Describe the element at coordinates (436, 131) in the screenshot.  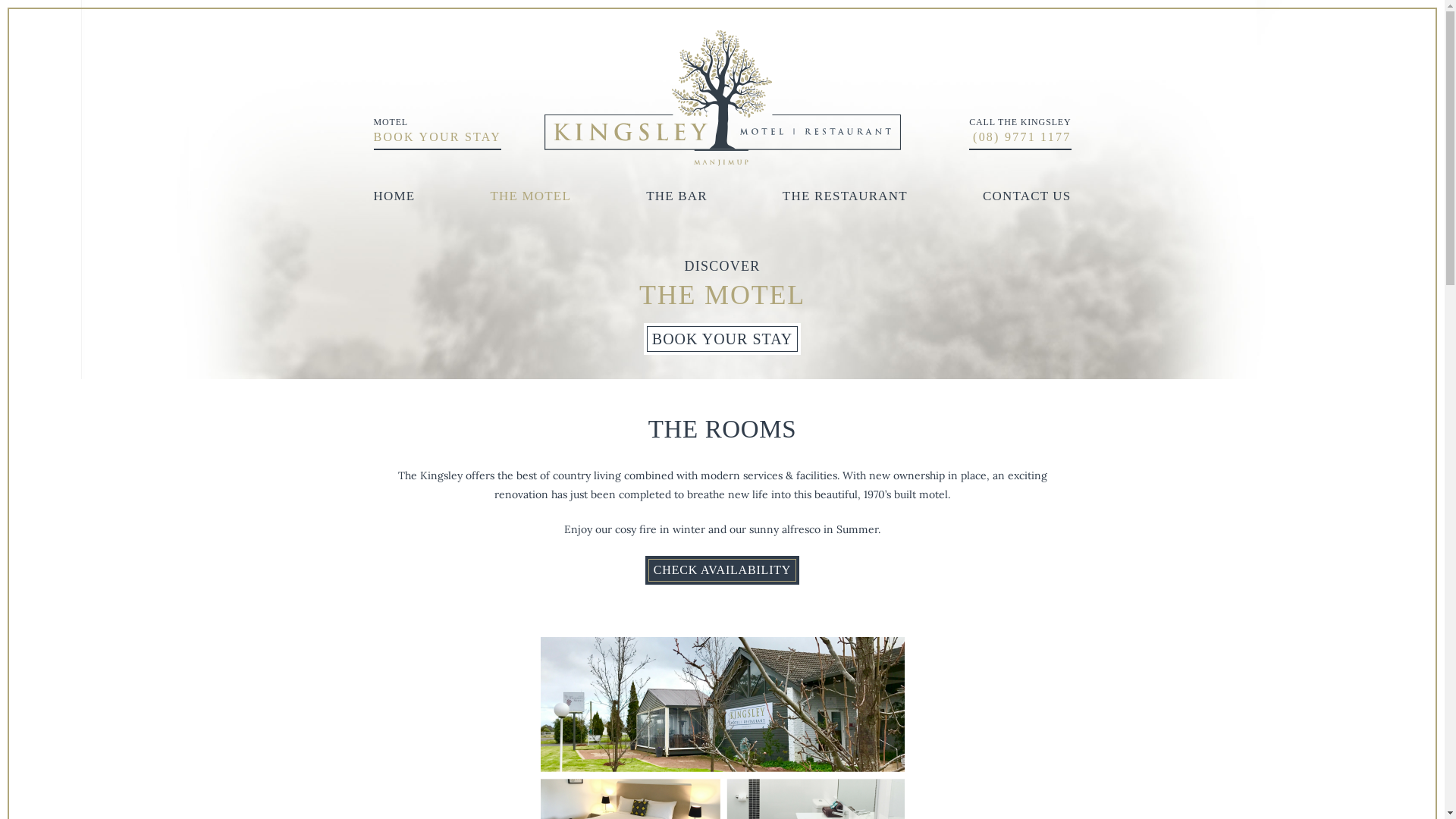
I see `'MOTEL` at that location.